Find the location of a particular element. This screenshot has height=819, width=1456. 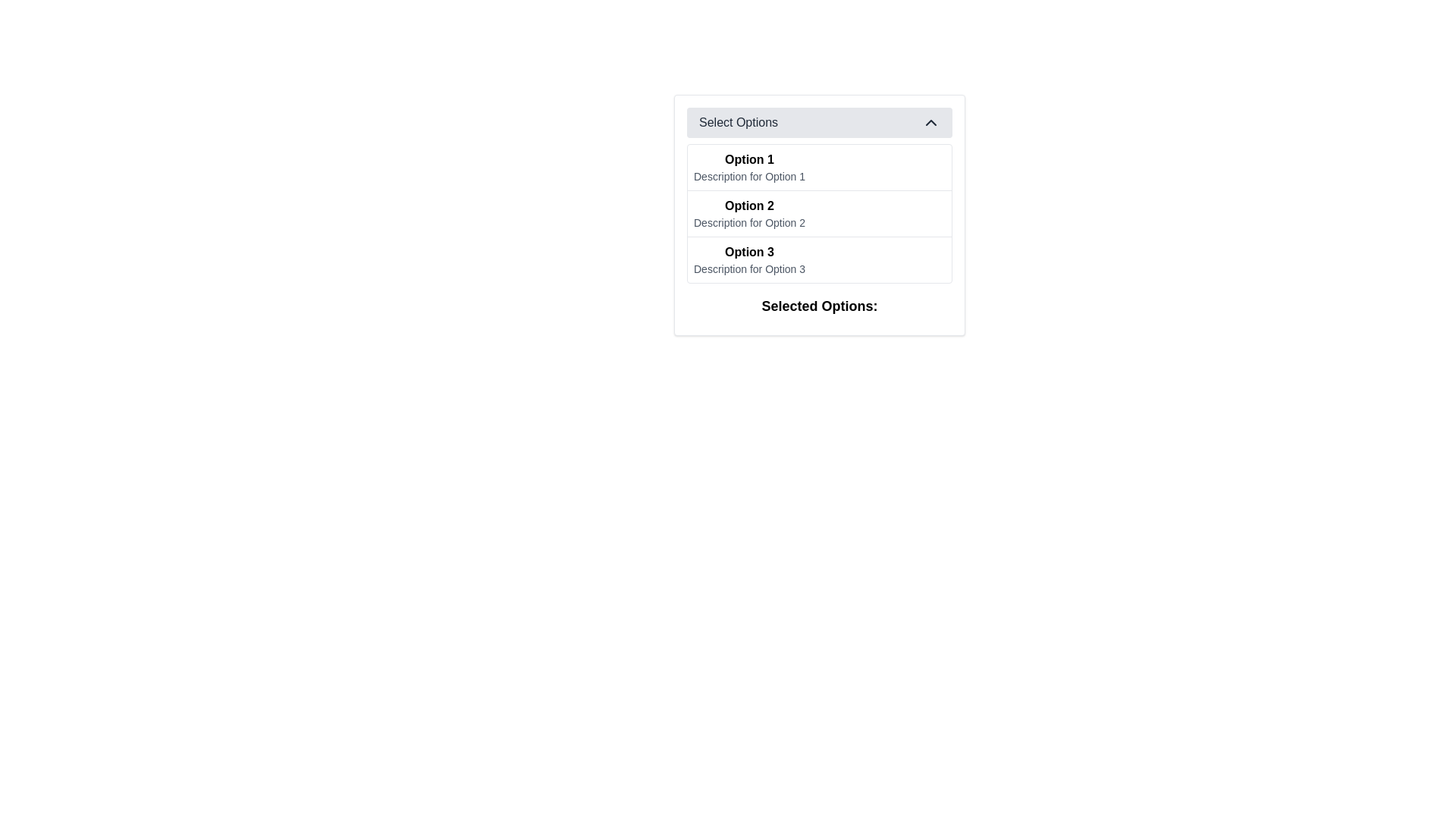

the first entry of the interactive list item labeled 'Option 1' to trigger visual feedback is located at coordinates (818, 167).